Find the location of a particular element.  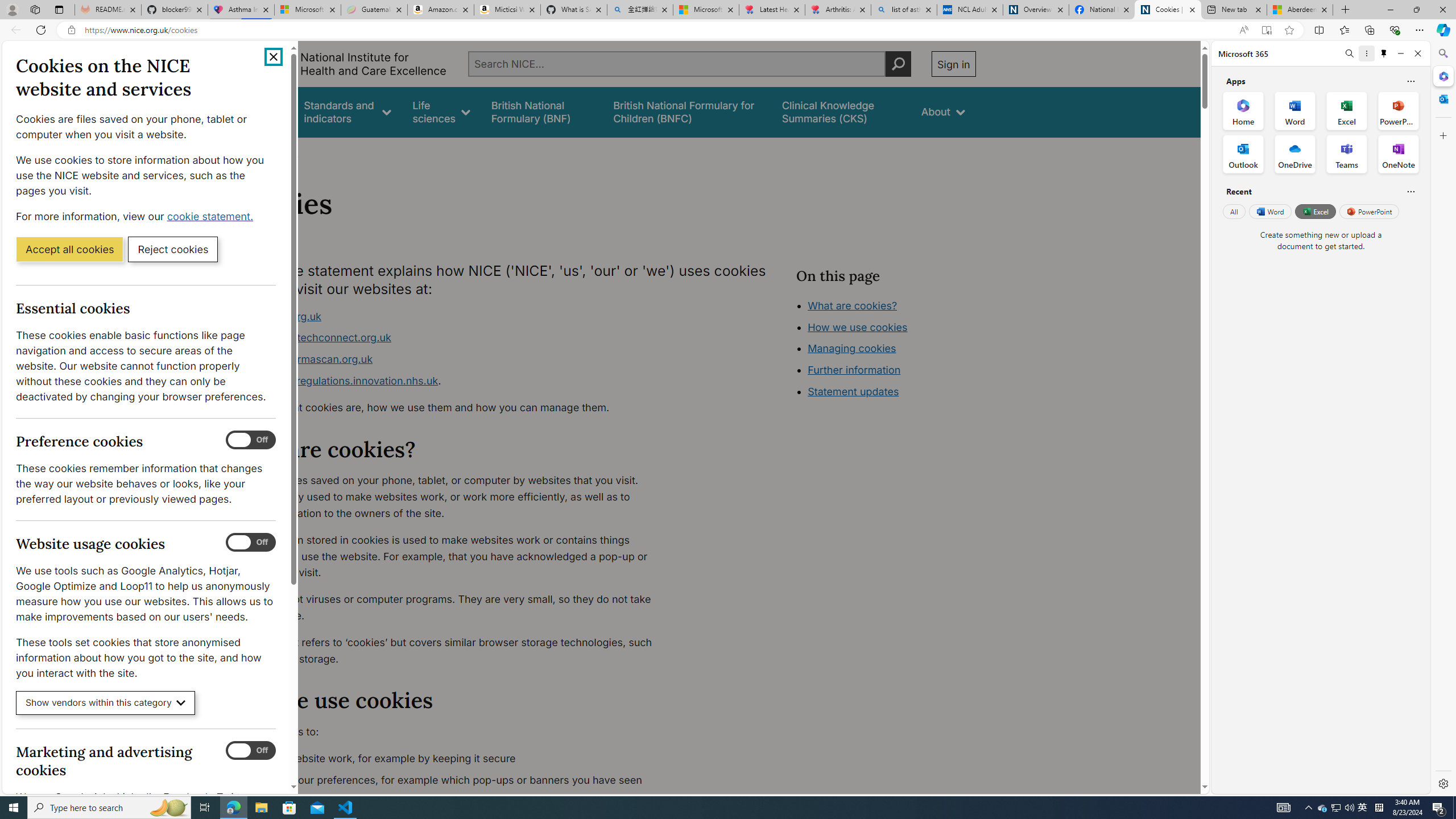

'Excel' is located at coordinates (1314, 211).